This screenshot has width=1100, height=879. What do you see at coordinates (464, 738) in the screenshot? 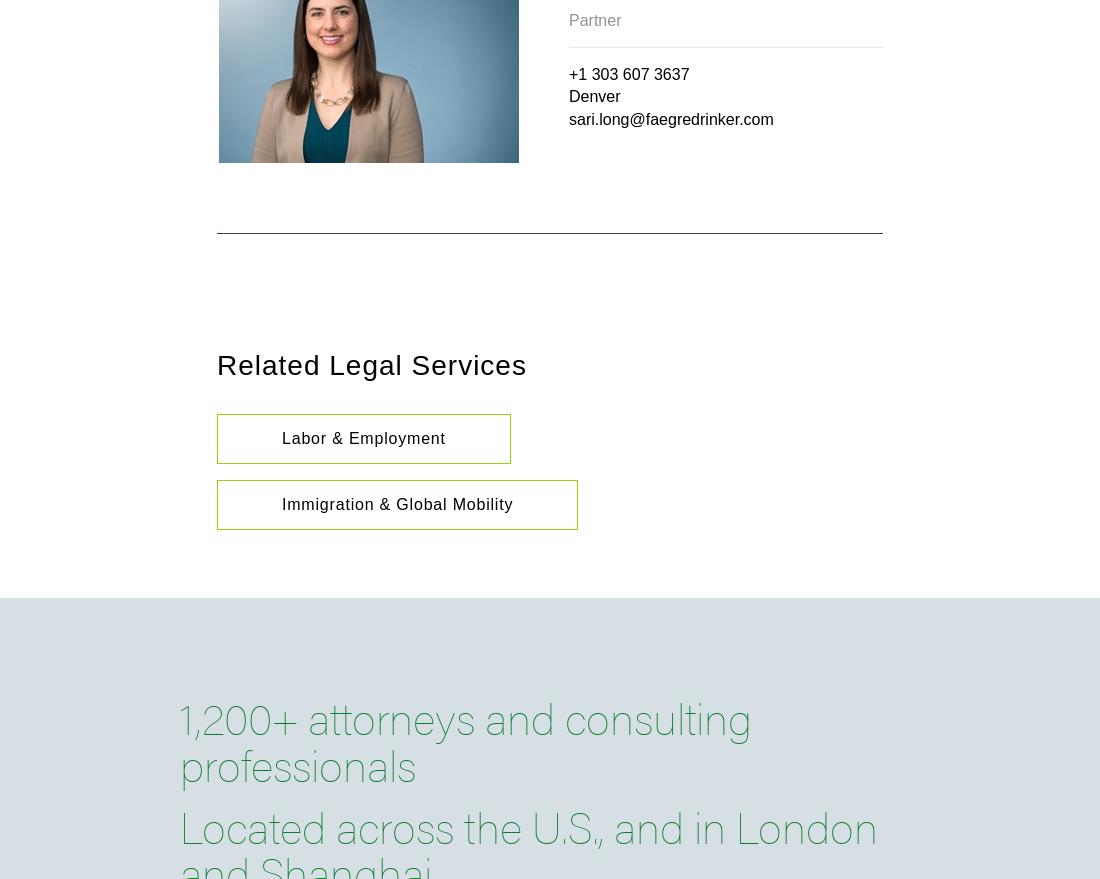
I see `'1,200+ attorneys and consulting professionals'` at bounding box center [464, 738].